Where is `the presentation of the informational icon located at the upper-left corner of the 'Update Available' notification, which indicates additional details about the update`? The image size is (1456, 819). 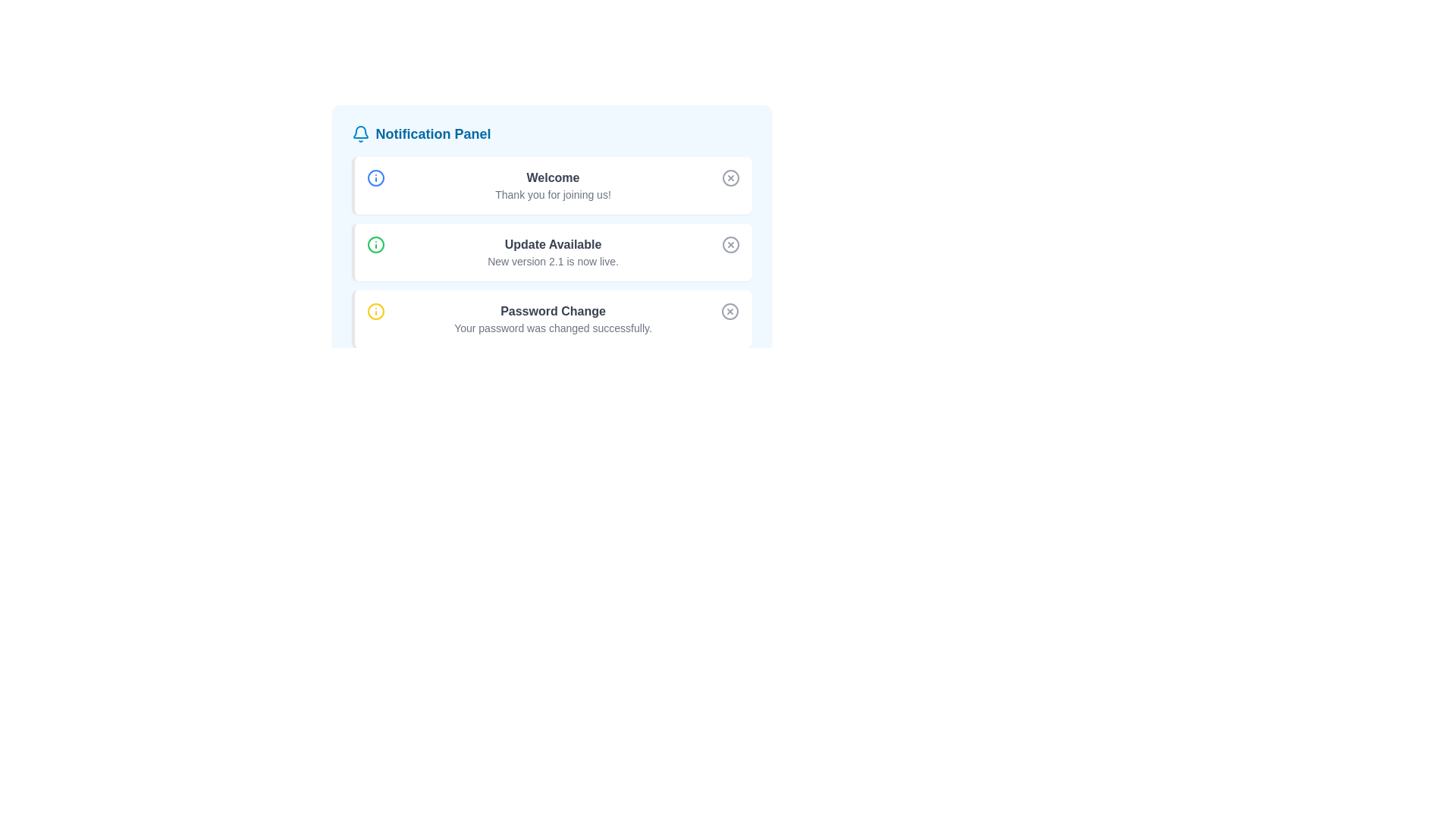
the presentation of the informational icon located at the upper-left corner of the 'Update Available' notification, which indicates additional details about the update is located at coordinates (375, 244).